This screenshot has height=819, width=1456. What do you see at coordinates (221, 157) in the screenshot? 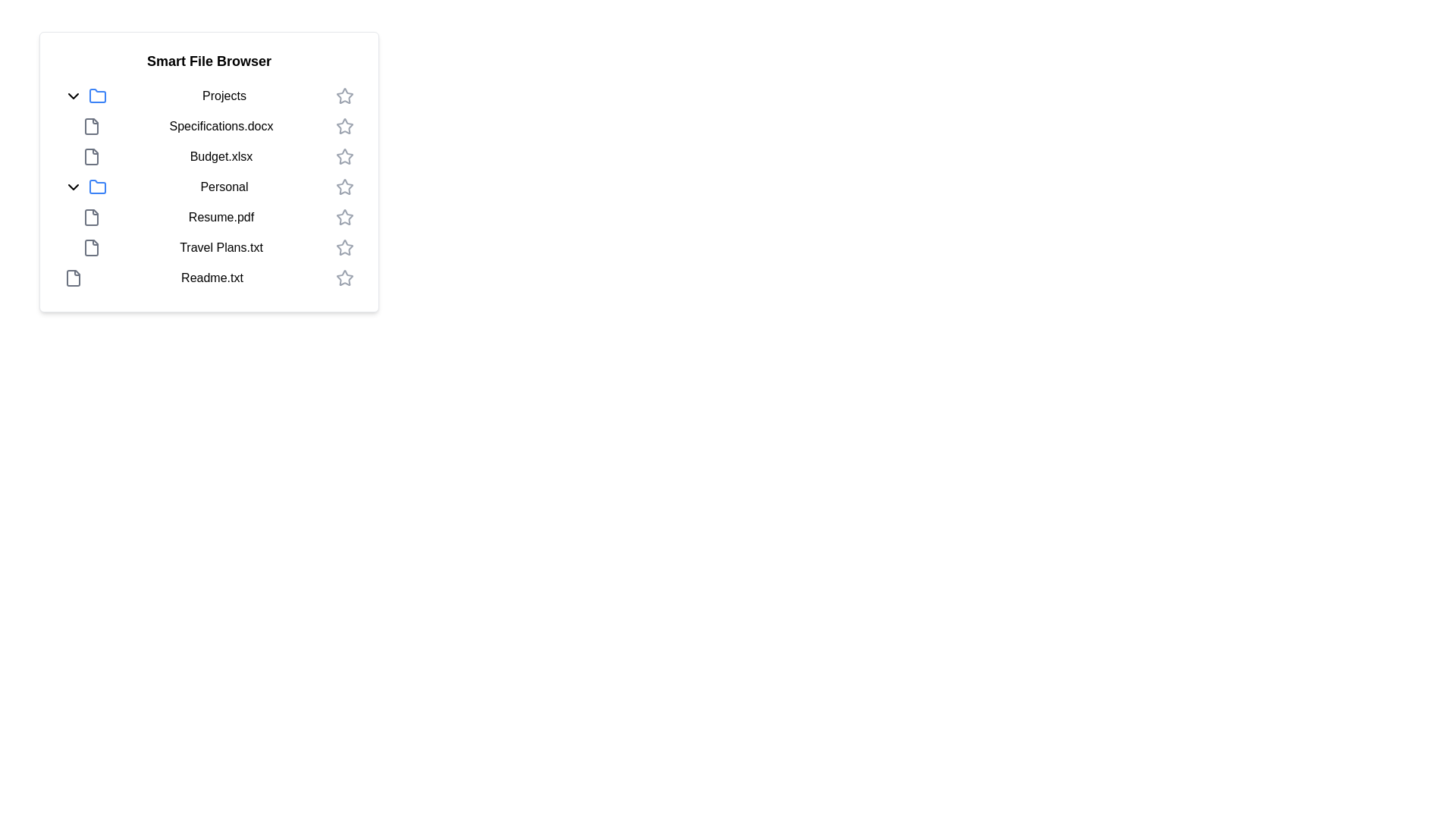
I see `the text label 'Budget.xlsx'` at bounding box center [221, 157].